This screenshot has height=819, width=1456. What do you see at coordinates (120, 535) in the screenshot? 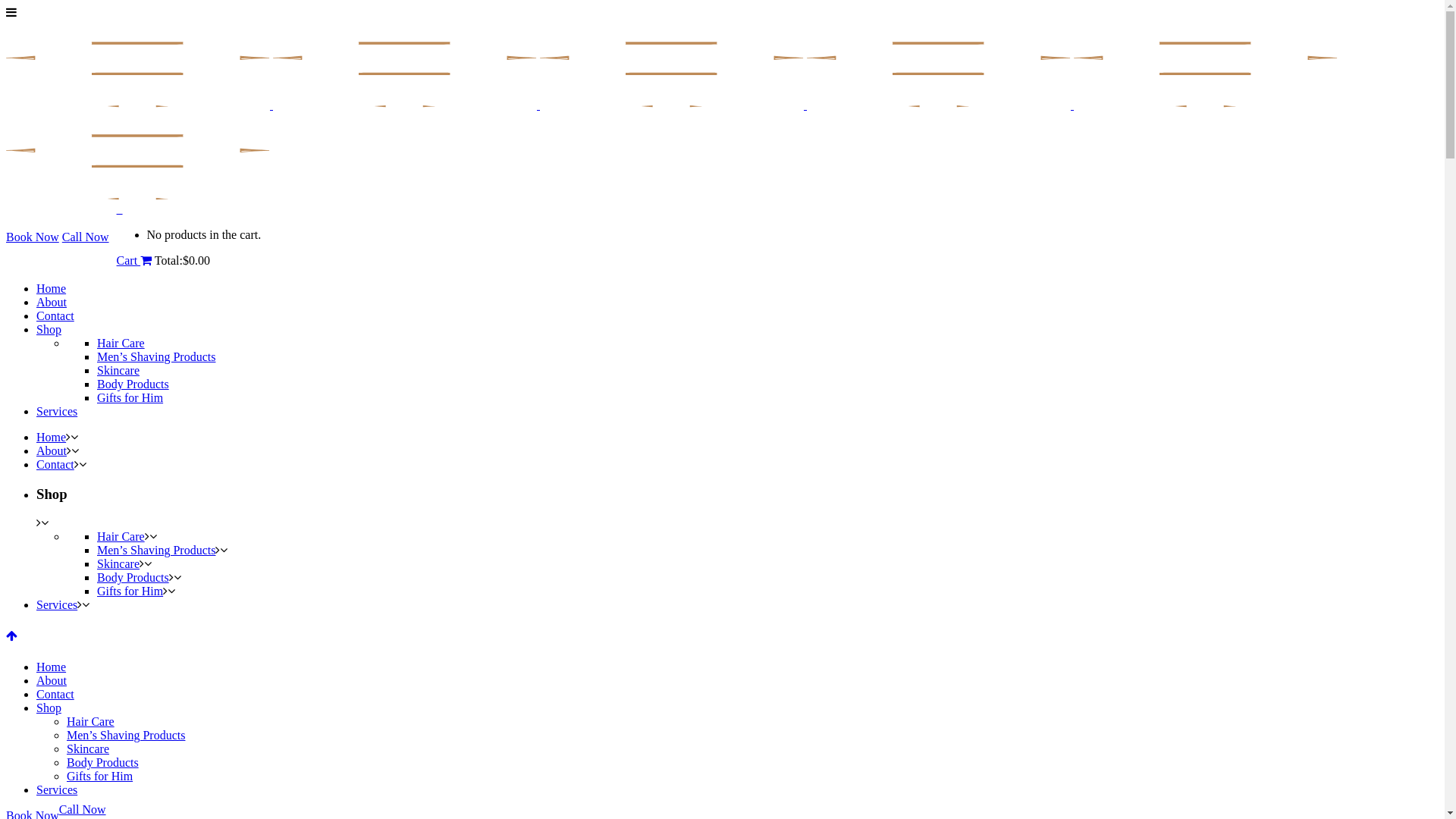
I see `'Hair Care'` at bounding box center [120, 535].